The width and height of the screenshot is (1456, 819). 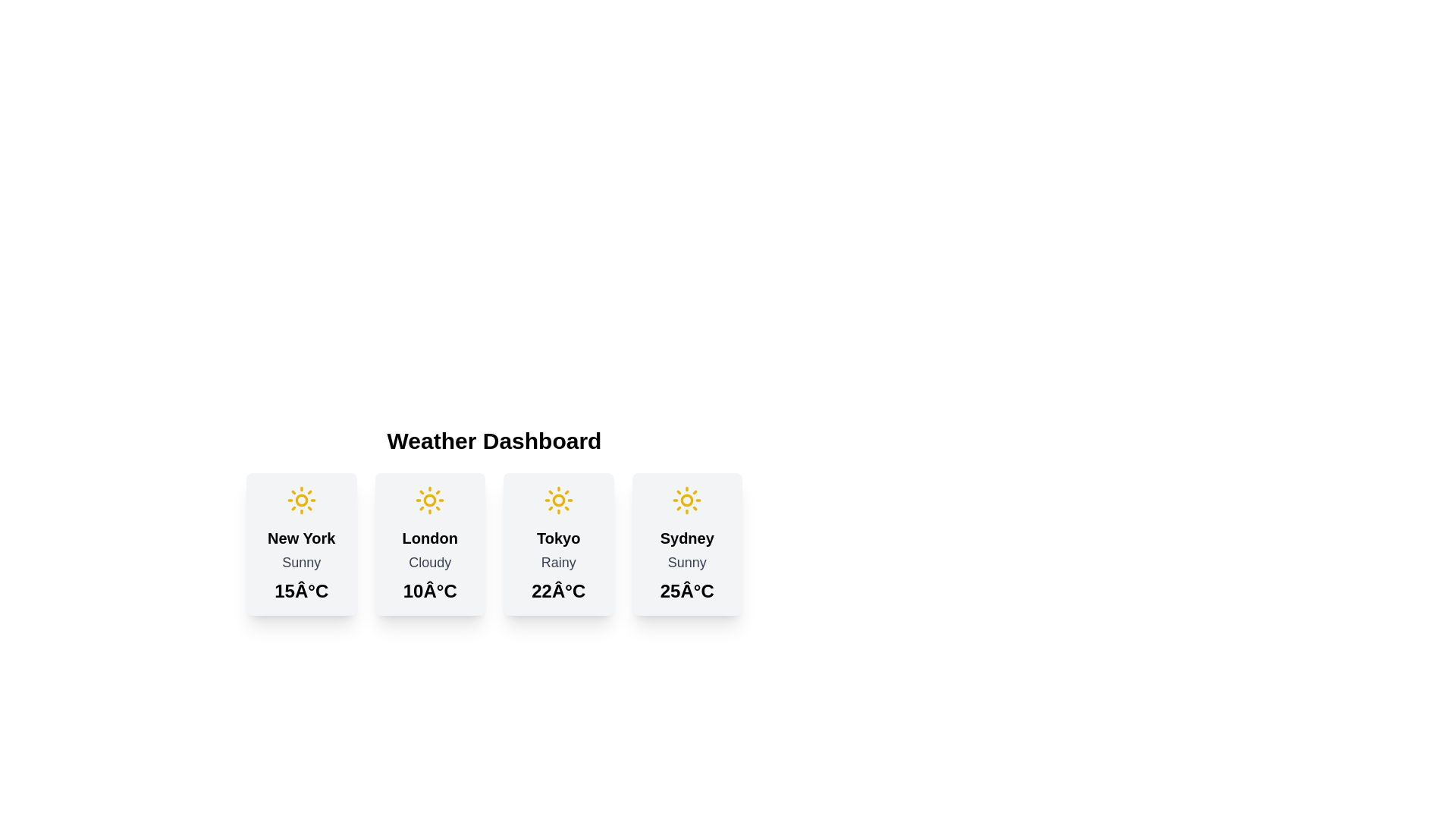 What do you see at coordinates (557, 590) in the screenshot?
I see `text displayed in the temperature label for Tokyo, which is located below the 'Rainy' text within the weather card` at bounding box center [557, 590].